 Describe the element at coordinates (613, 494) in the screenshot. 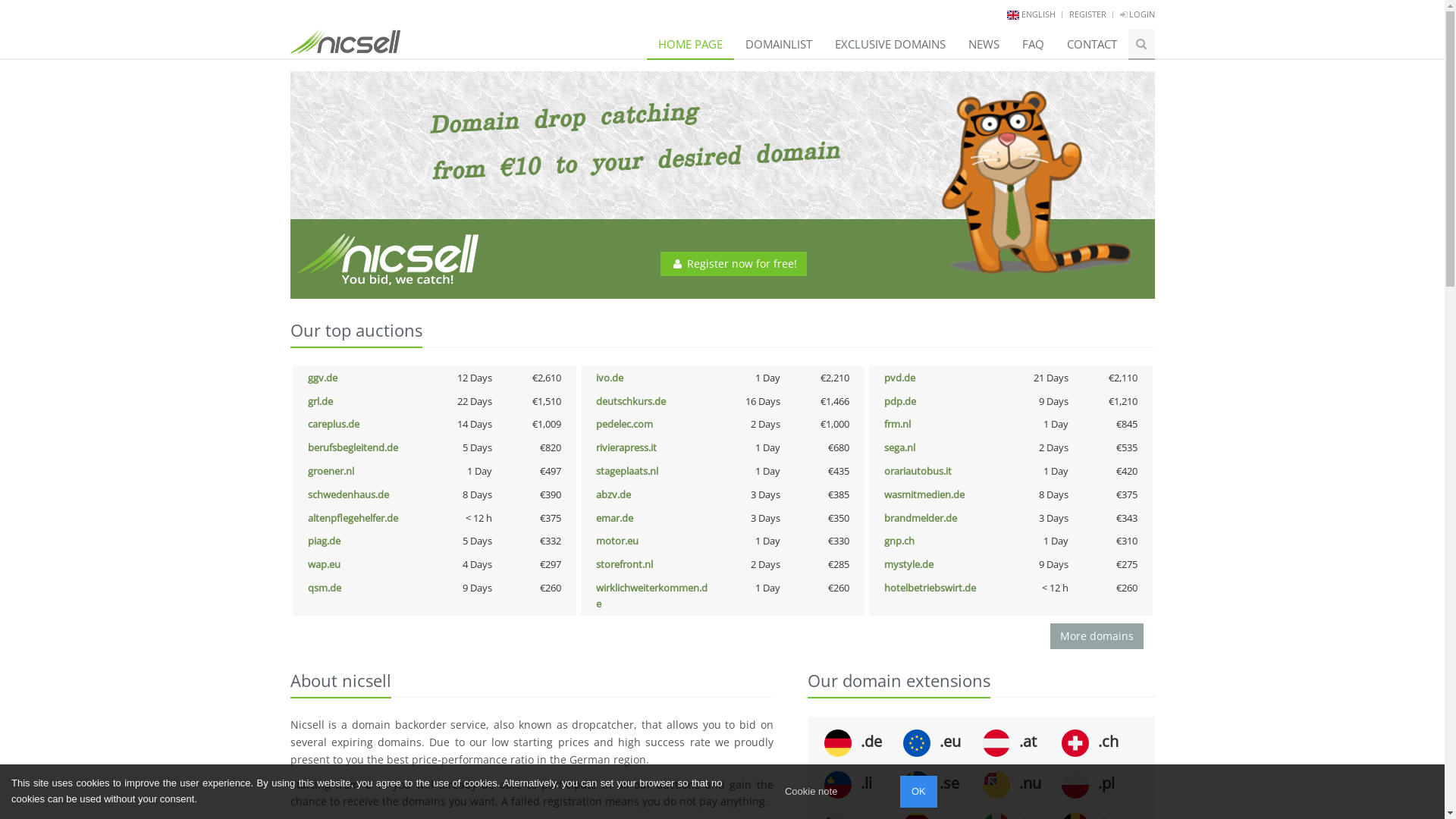

I see `'abzv.de'` at that location.